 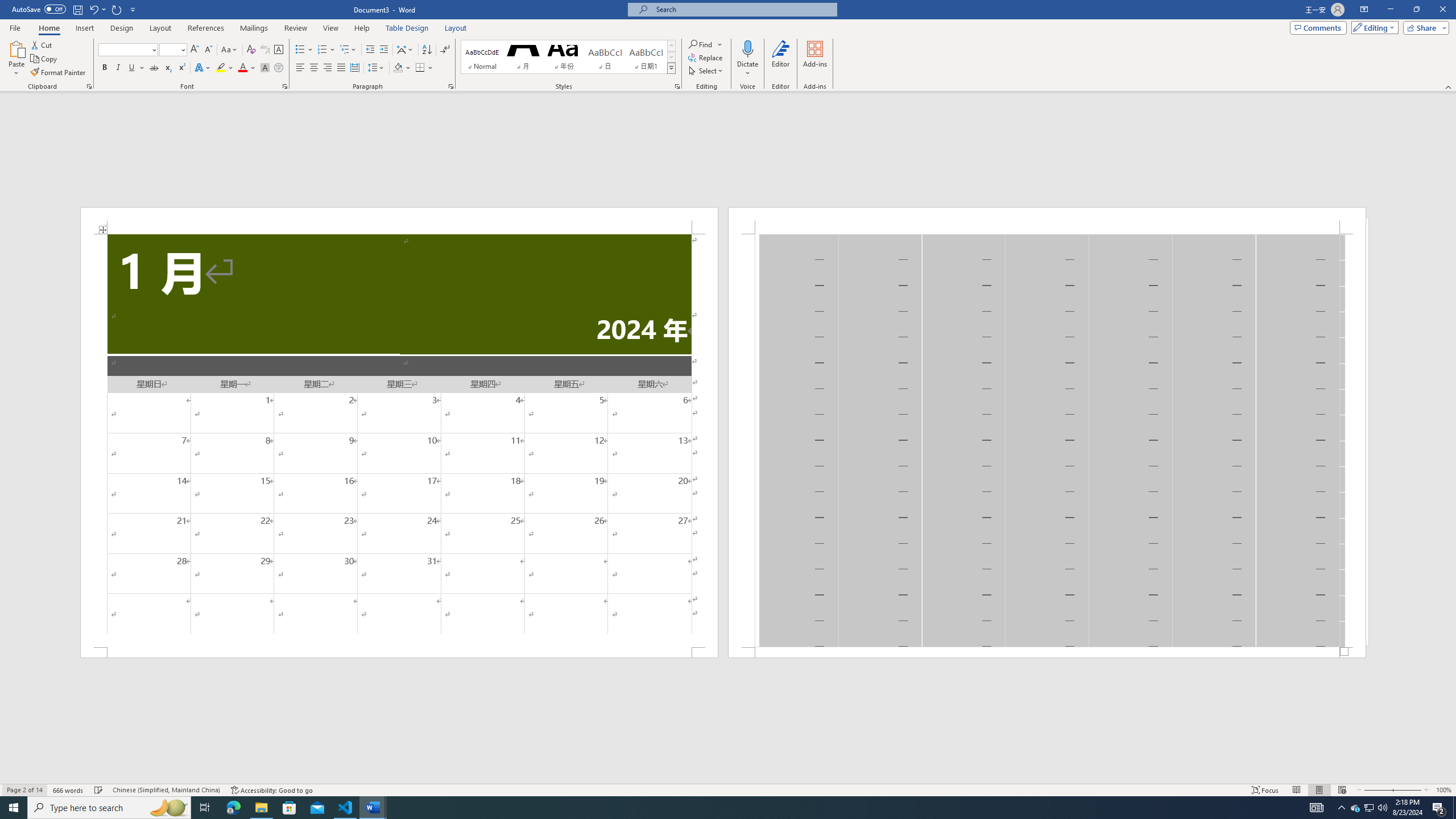 I want to click on 'Align Right', so click(x=327, y=67).